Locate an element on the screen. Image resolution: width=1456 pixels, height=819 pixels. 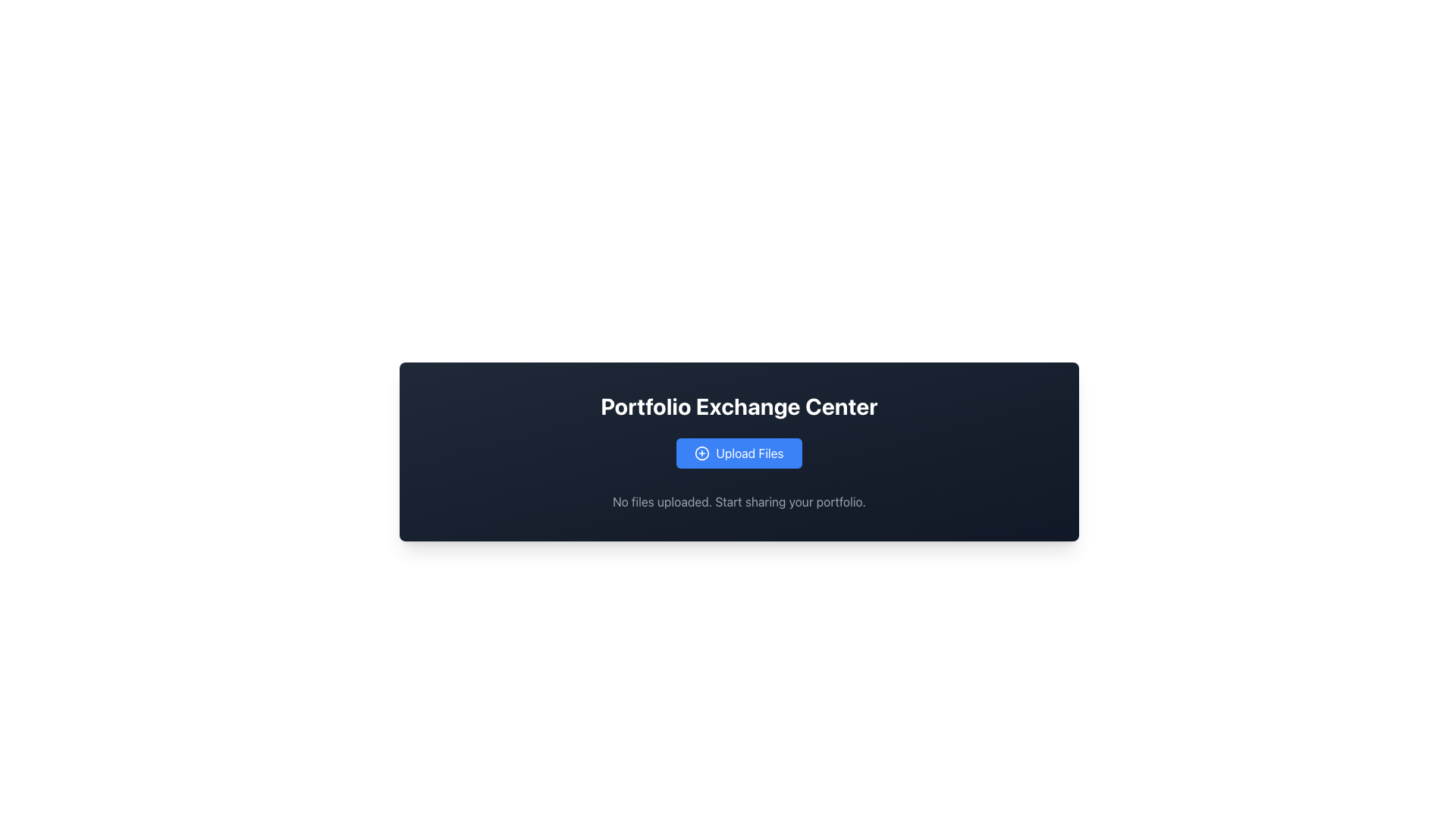
the icon located inside the 'Upload Files' button, which is to the left of the text label and positioned centrally within the 'Portfolio Exchange Center' is located at coordinates (701, 452).